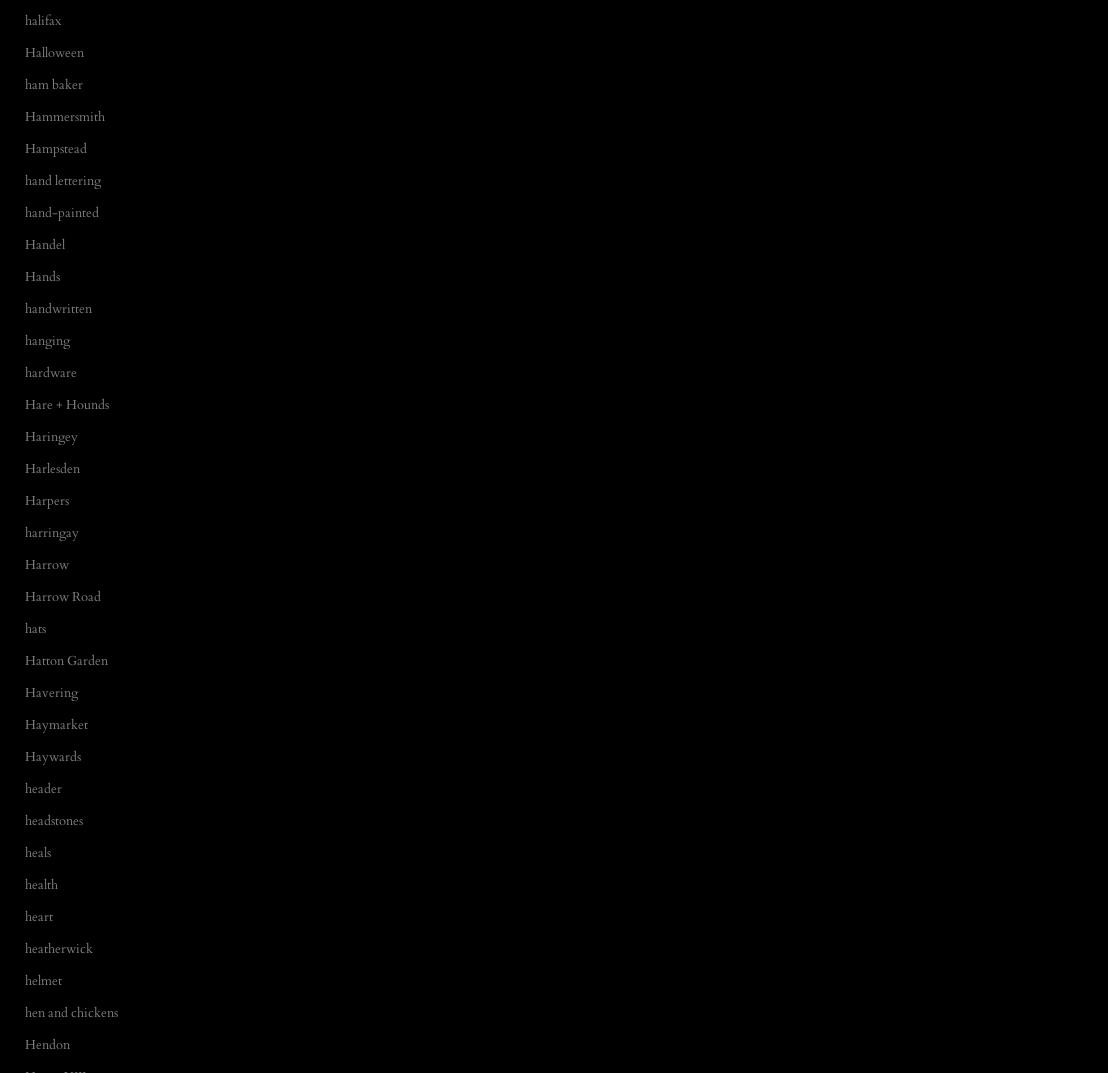 Image resolution: width=1108 pixels, height=1073 pixels. I want to click on 'Hare + Hounds', so click(66, 402).